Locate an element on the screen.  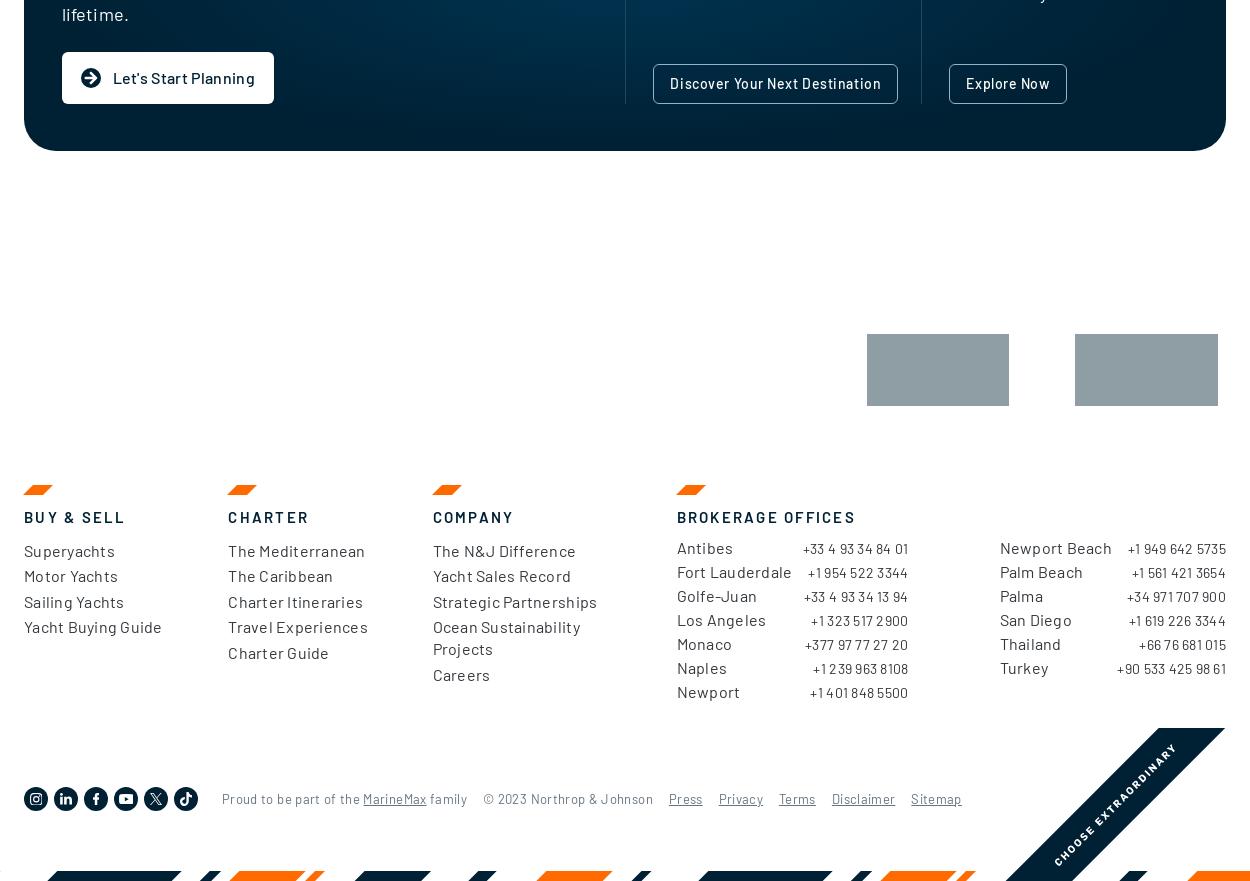
'Let's Start Planning' is located at coordinates (183, 76).